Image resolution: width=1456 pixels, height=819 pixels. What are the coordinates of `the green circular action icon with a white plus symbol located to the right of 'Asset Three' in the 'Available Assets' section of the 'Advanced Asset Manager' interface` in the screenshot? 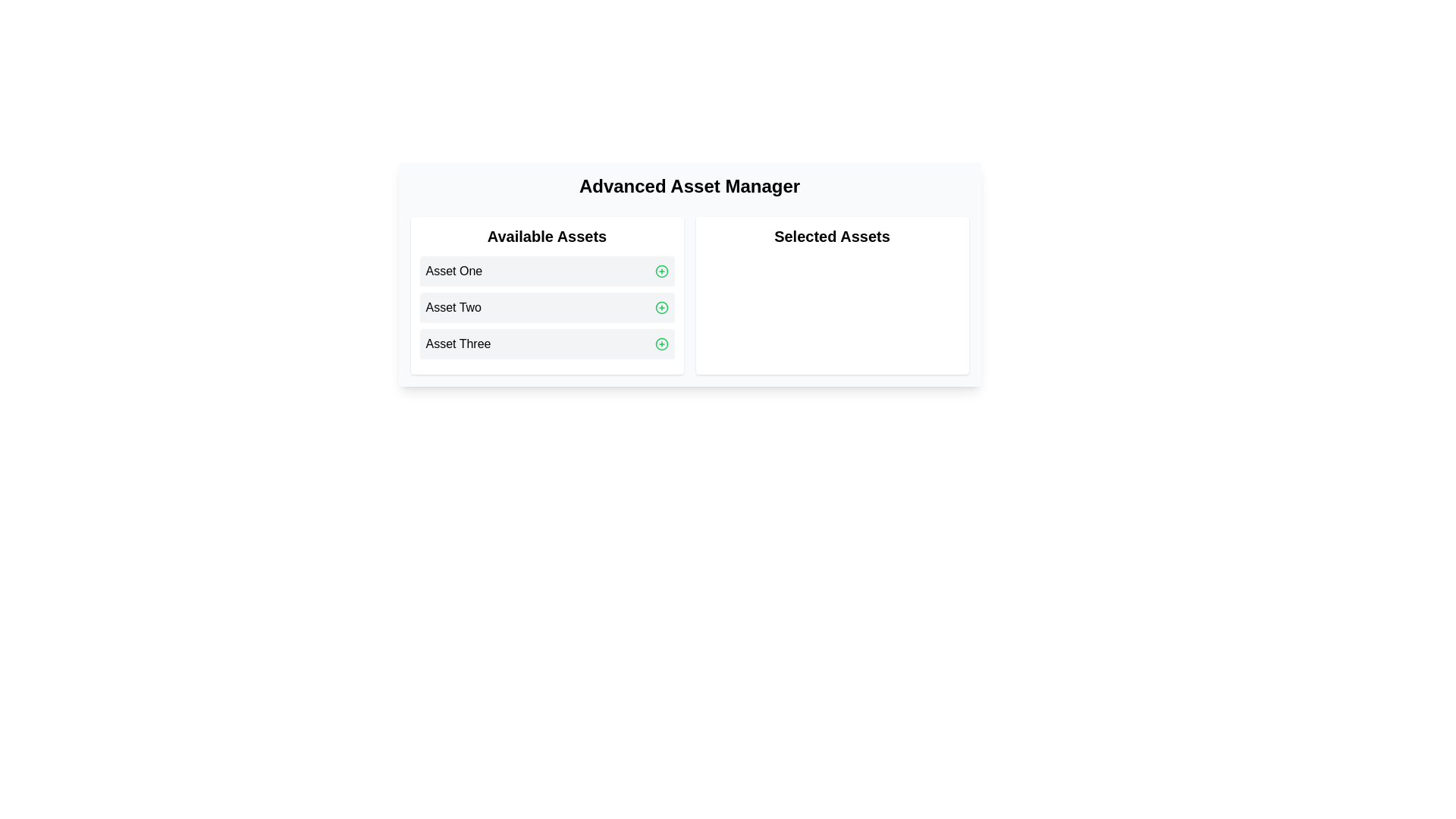 It's located at (661, 344).